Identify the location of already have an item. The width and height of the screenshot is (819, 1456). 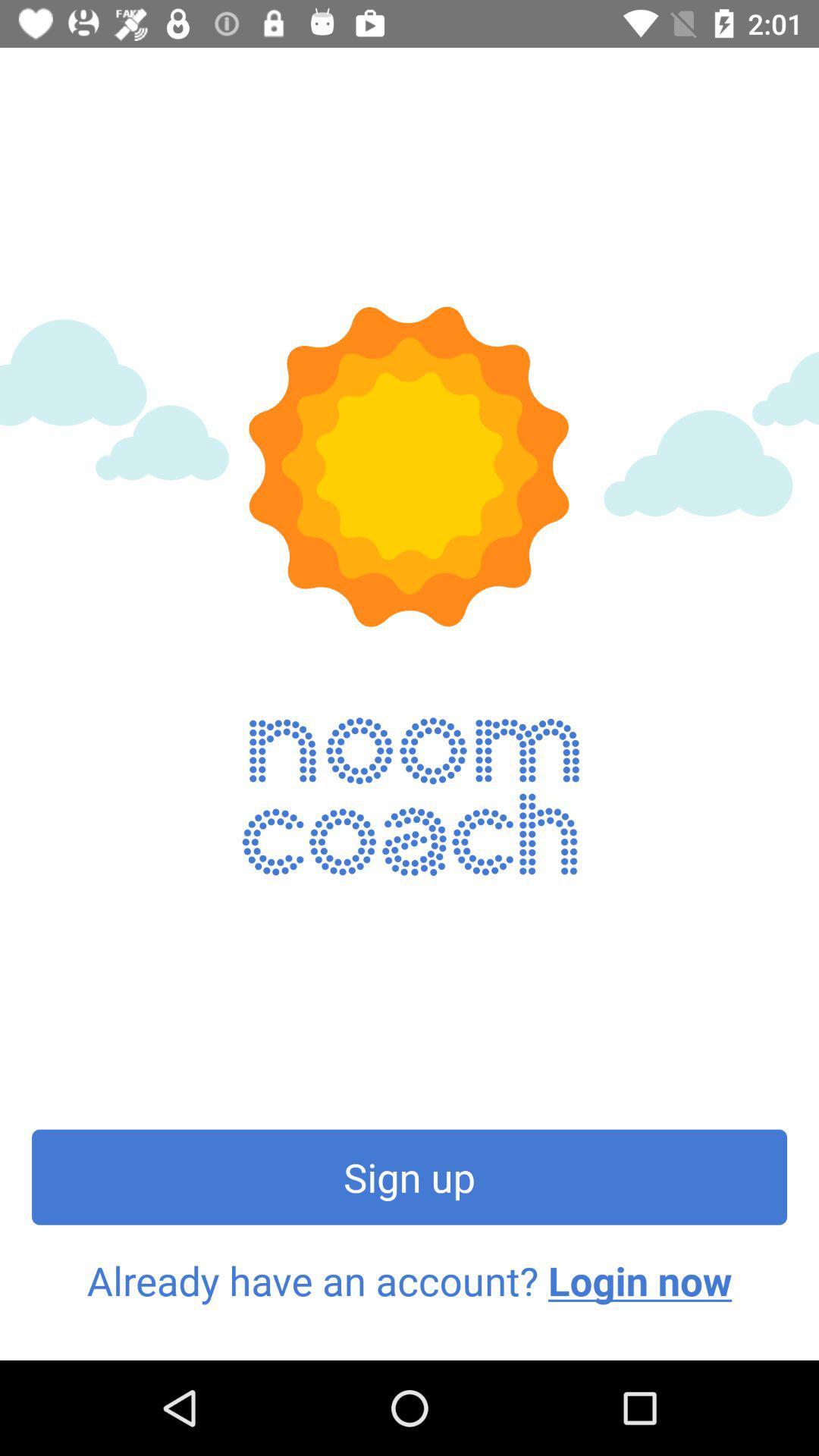
(409, 1280).